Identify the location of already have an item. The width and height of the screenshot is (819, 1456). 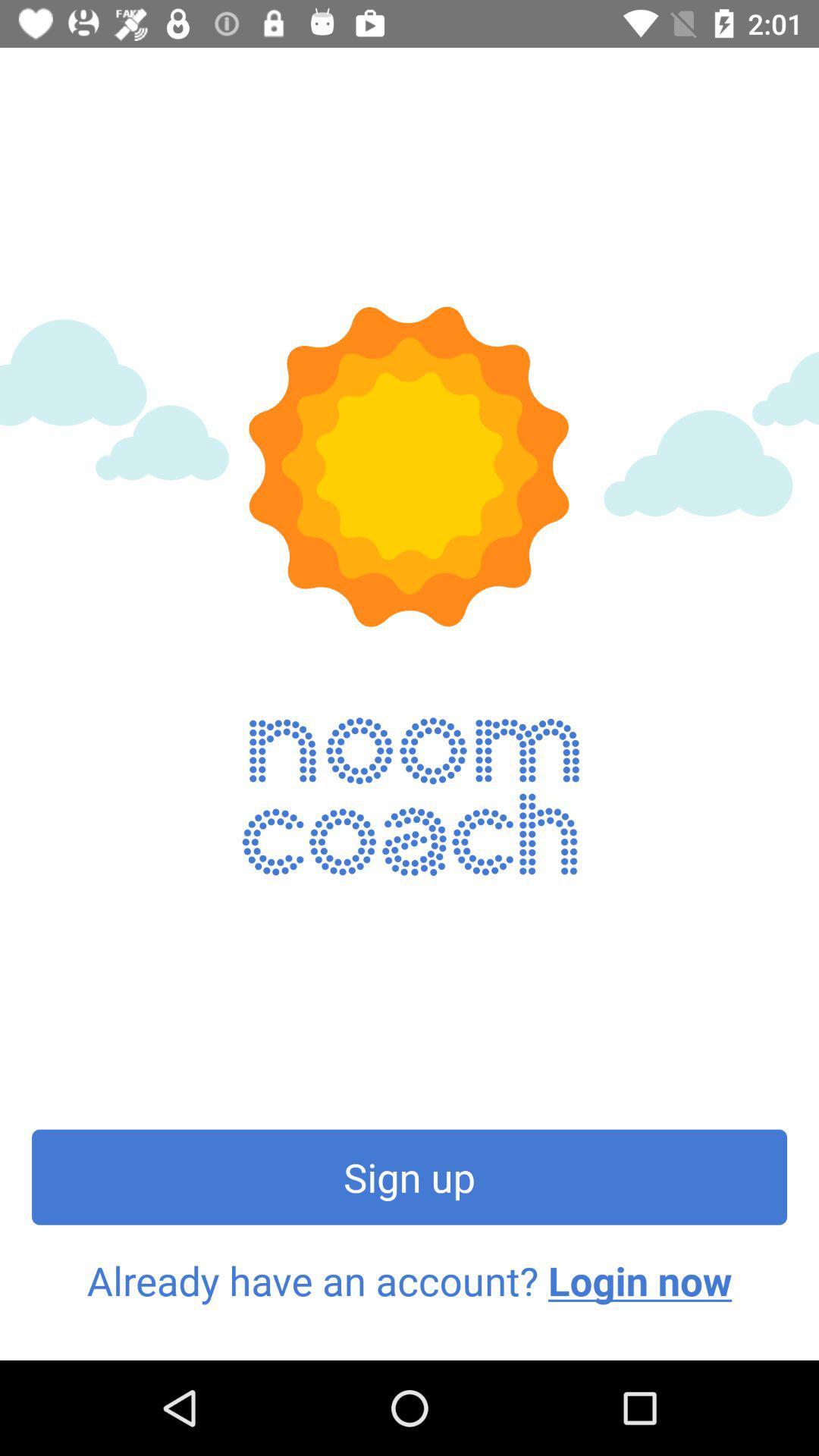
(409, 1280).